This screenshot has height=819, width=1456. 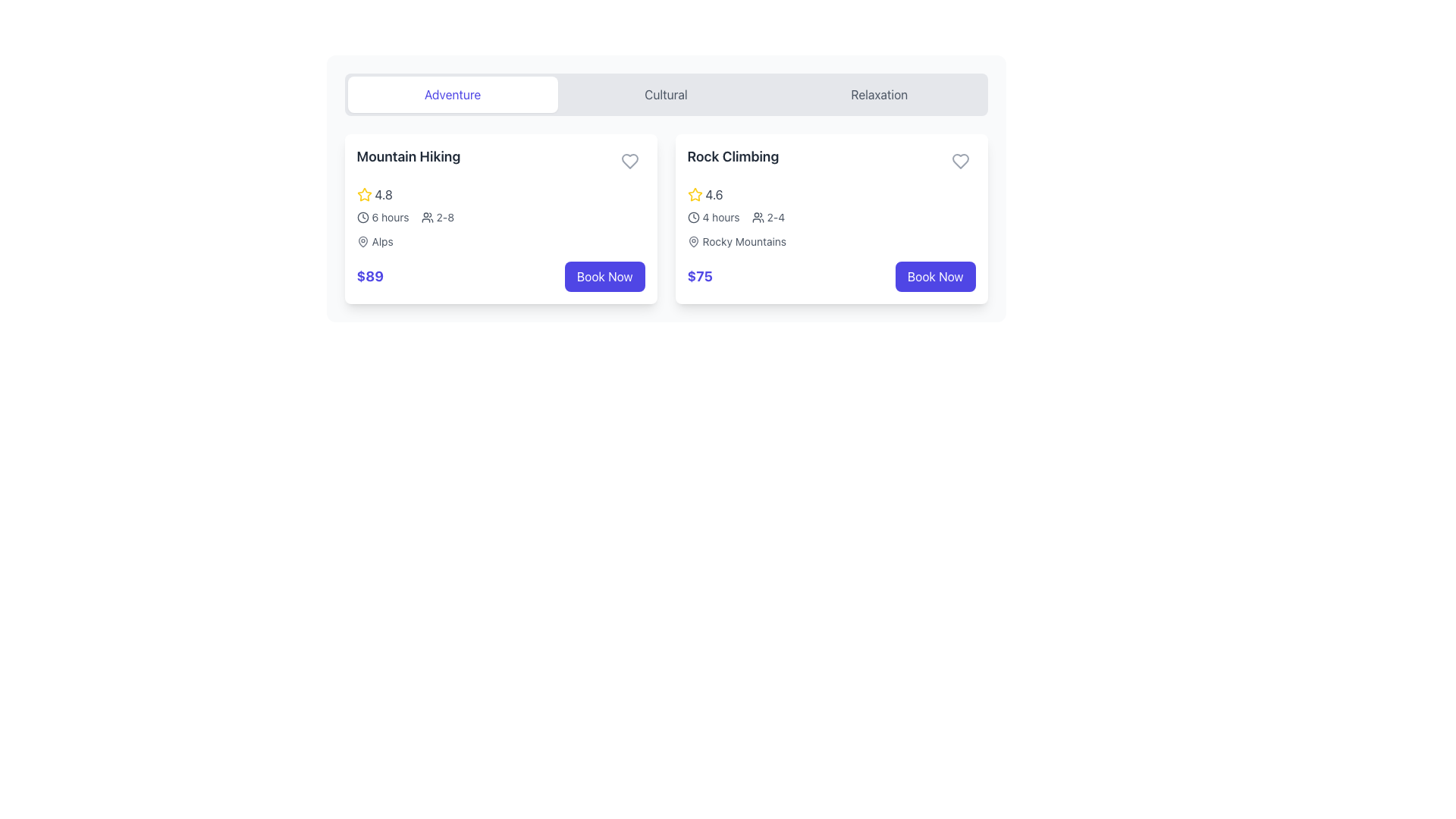 What do you see at coordinates (408, 157) in the screenshot?
I see `the 'Mountain Hiking' label, which is a bold, large, dark gray text label located at the upper-left area of its card grouping` at bounding box center [408, 157].